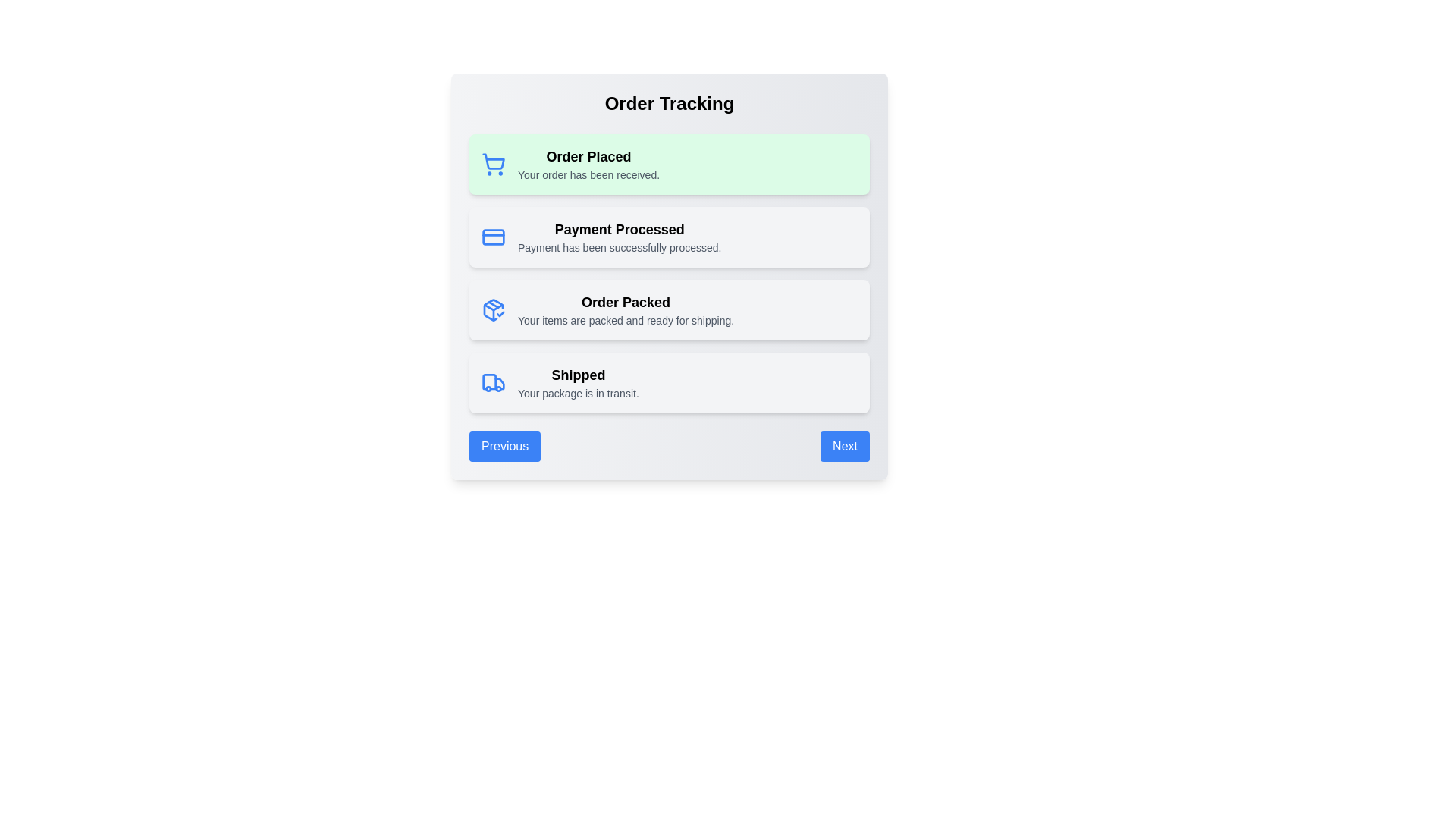  Describe the element at coordinates (588, 174) in the screenshot. I see `confirmation message text label indicating that the user's order has been acknowledged, which is located below the 'Order Placed' title in the order status details card` at that location.